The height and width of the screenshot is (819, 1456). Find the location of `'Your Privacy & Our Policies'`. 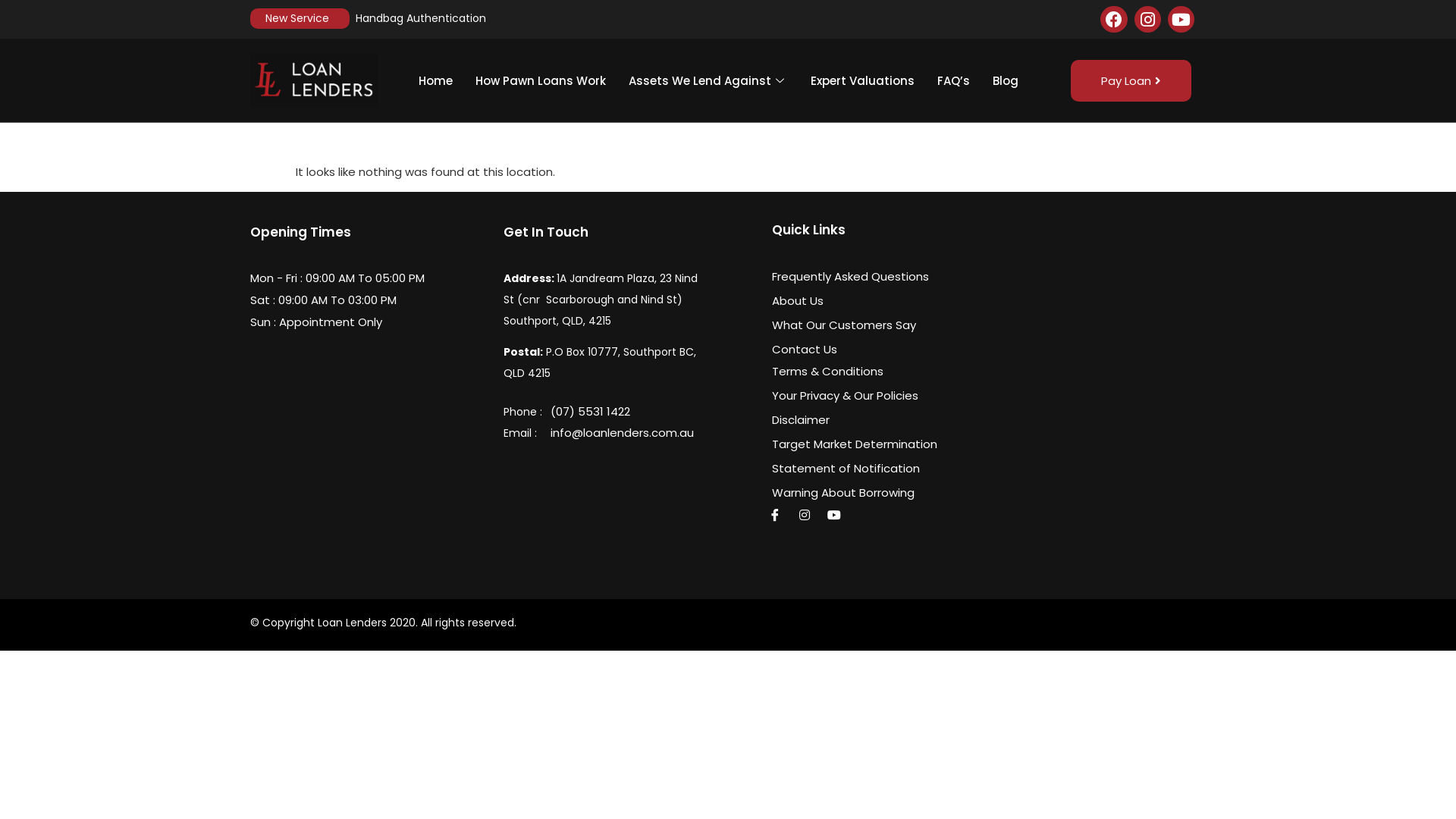

'Your Privacy & Our Policies' is located at coordinates (865, 394).